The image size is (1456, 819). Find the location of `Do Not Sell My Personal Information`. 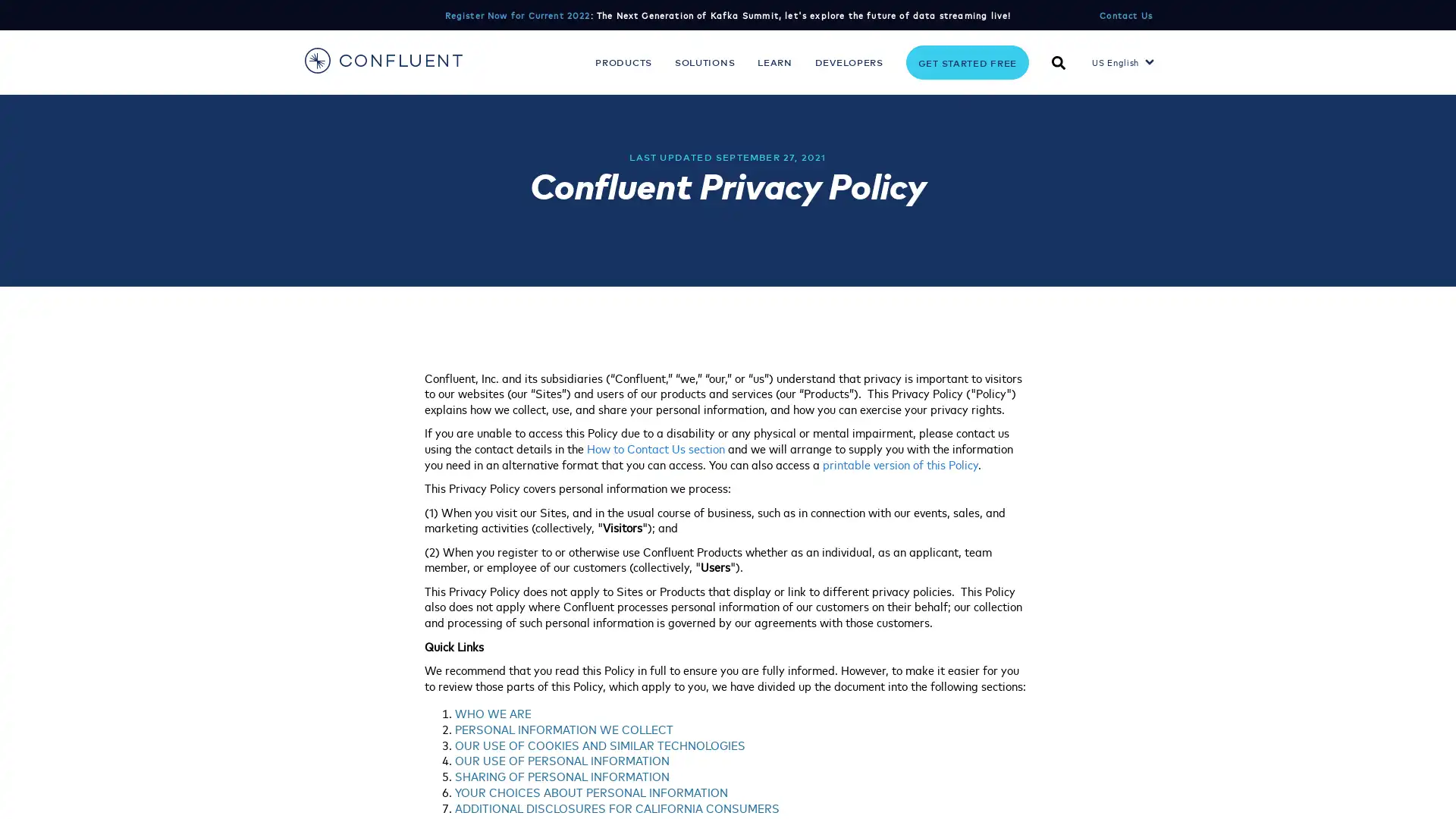

Do Not Sell My Personal Information is located at coordinates (1061, 786).